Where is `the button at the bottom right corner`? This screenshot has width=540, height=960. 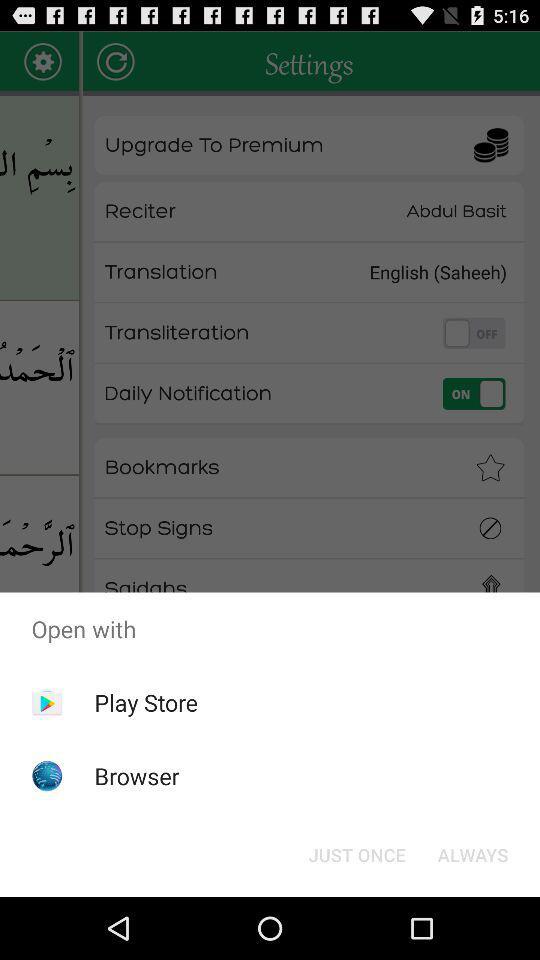
the button at the bottom right corner is located at coordinates (472, 853).